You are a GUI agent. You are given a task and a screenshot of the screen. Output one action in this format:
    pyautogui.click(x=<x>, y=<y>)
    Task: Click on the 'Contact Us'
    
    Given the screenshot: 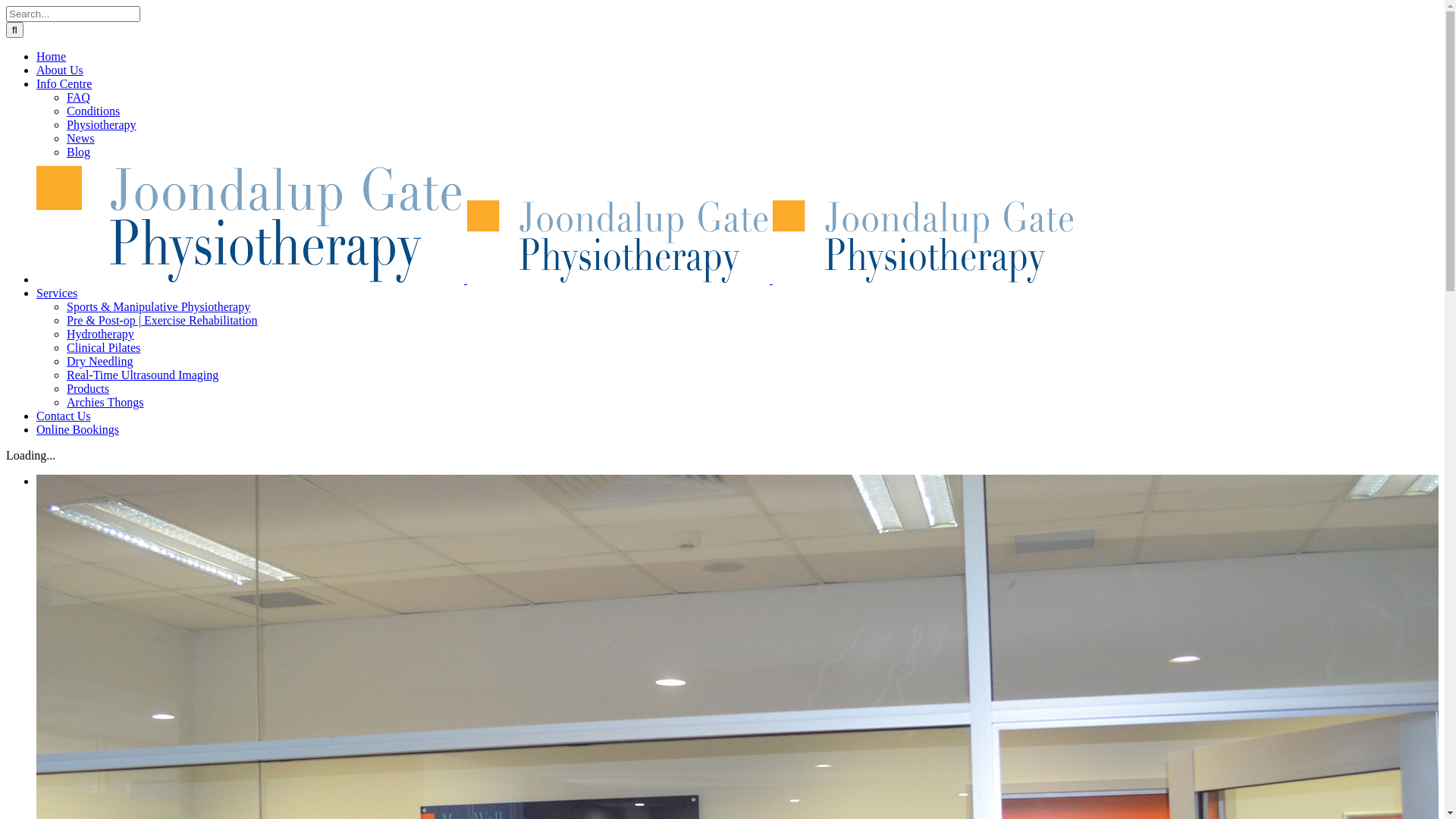 What is the action you would take?
    pyautogui.click(x=62, y=416)
    